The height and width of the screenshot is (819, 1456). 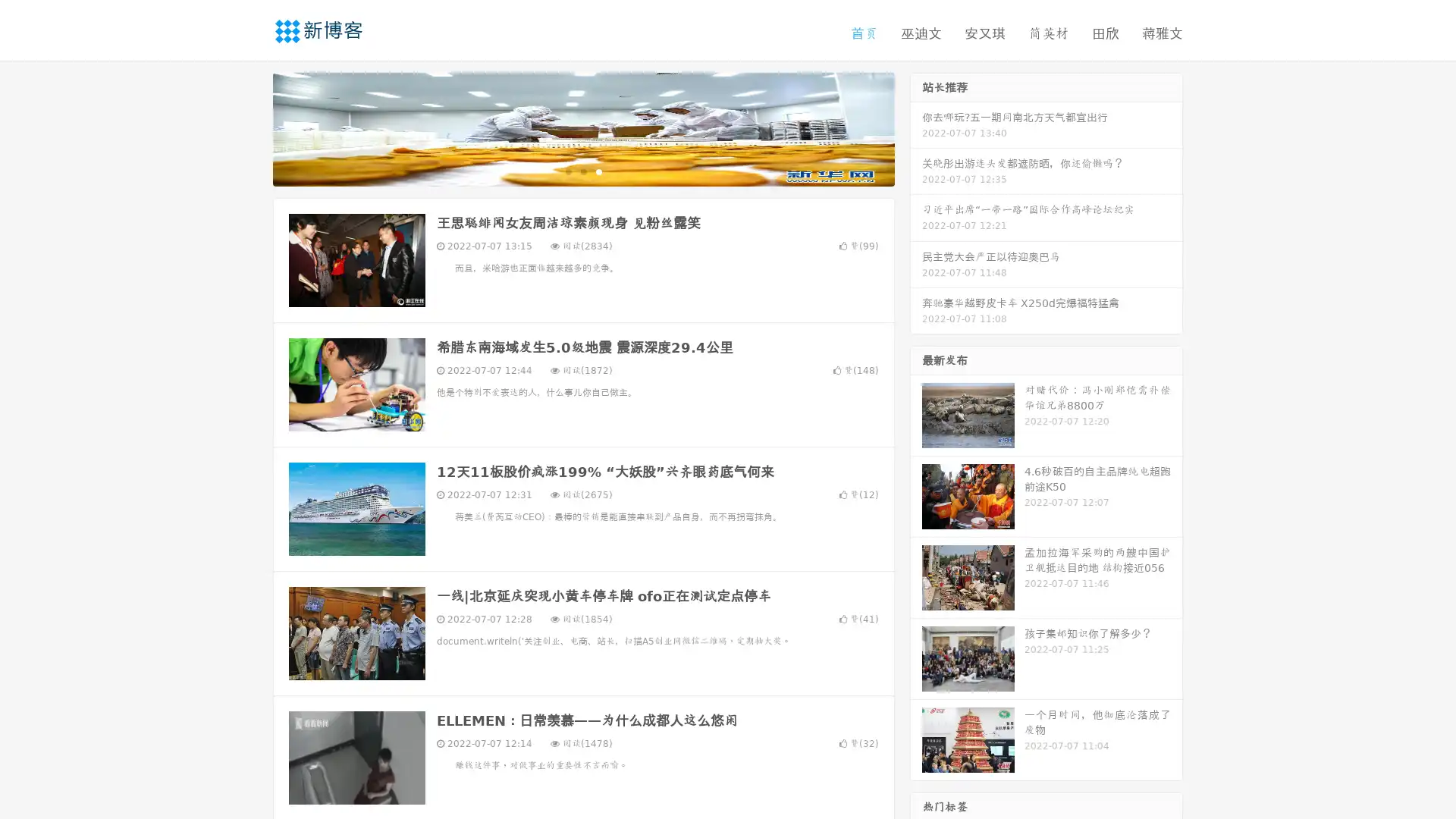 What do you see at coordinates (916, 127) in the screenshot?
I see `Next slide` at bounding box center [916, 127].